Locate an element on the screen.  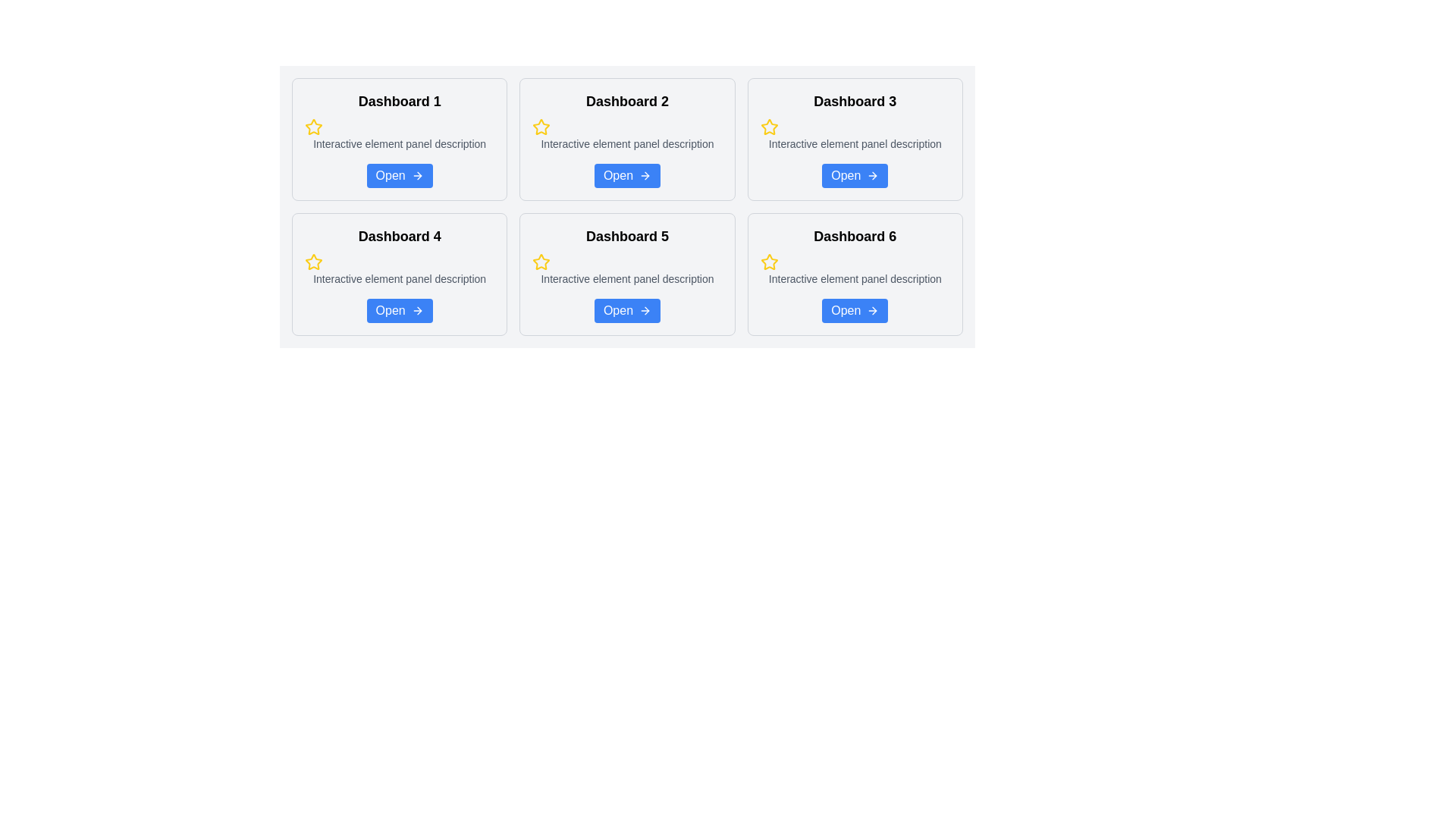
the right-pointing arrow icon inside the 'Open' button of the 'Dashboard 5' card, located in the bottom row and middle column of the layout is located at coordinates (645, 309).